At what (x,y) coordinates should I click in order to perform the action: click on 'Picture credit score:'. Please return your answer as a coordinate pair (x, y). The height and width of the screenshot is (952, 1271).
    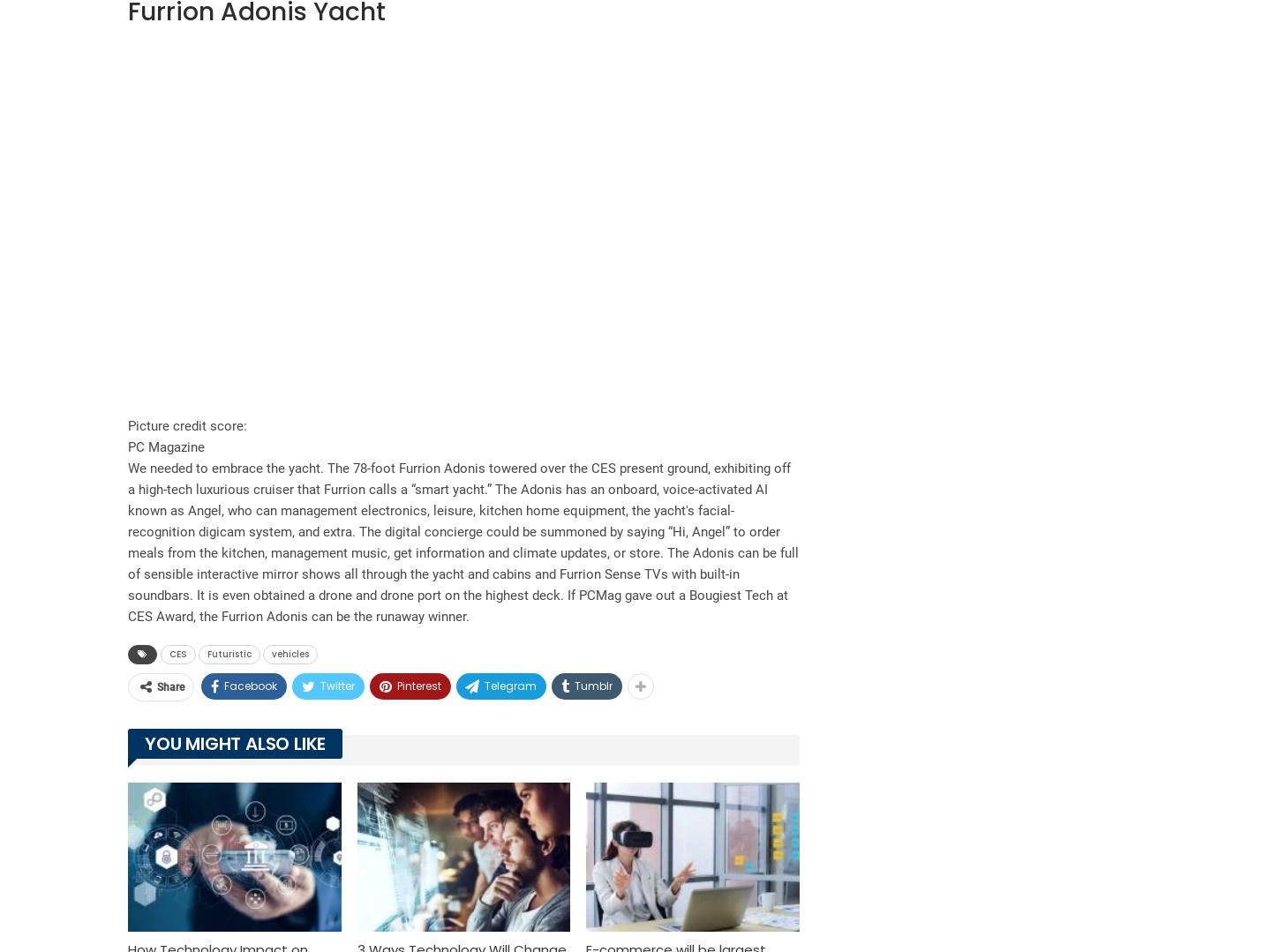
    Looking at the image, I should click on (127, 424).